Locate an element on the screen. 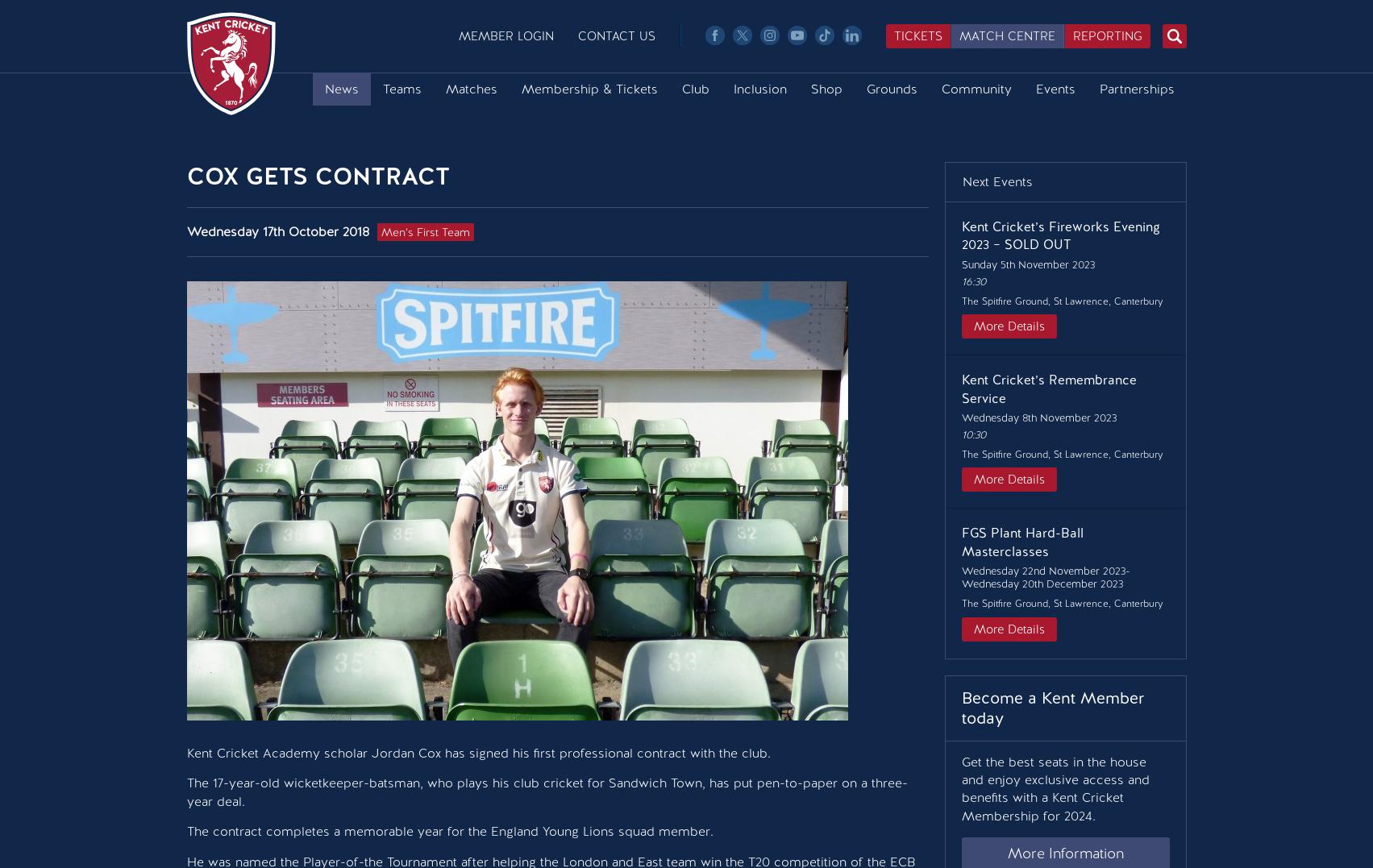 Image resolution: width=1373 pixels, height=868 pixels. 'Schools' is located at coordinates (985, 255).